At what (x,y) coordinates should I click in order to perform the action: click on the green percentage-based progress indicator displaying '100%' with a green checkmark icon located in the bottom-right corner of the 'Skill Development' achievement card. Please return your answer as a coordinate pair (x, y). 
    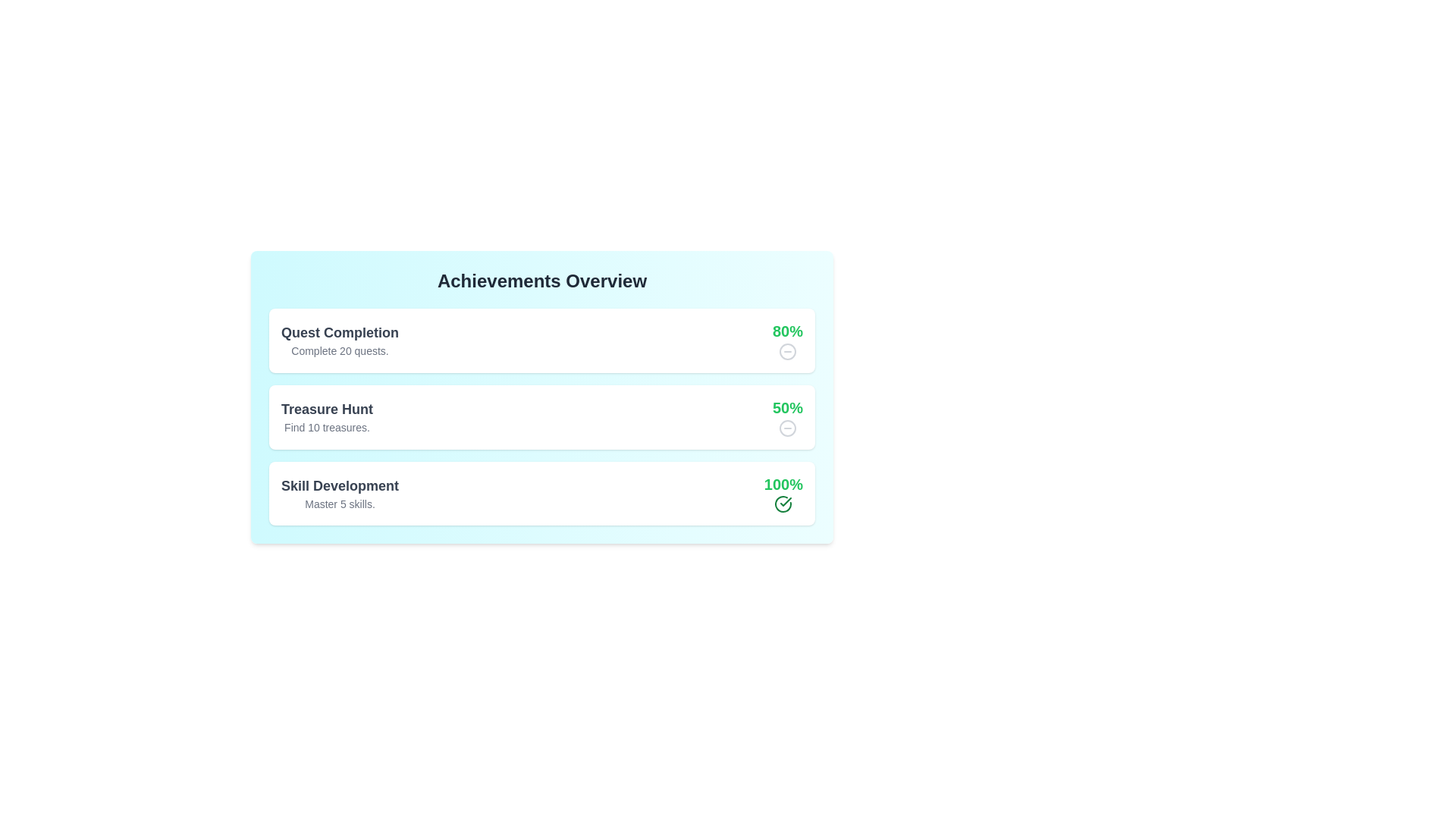
    Looking at the image, I should click on (783, 493).